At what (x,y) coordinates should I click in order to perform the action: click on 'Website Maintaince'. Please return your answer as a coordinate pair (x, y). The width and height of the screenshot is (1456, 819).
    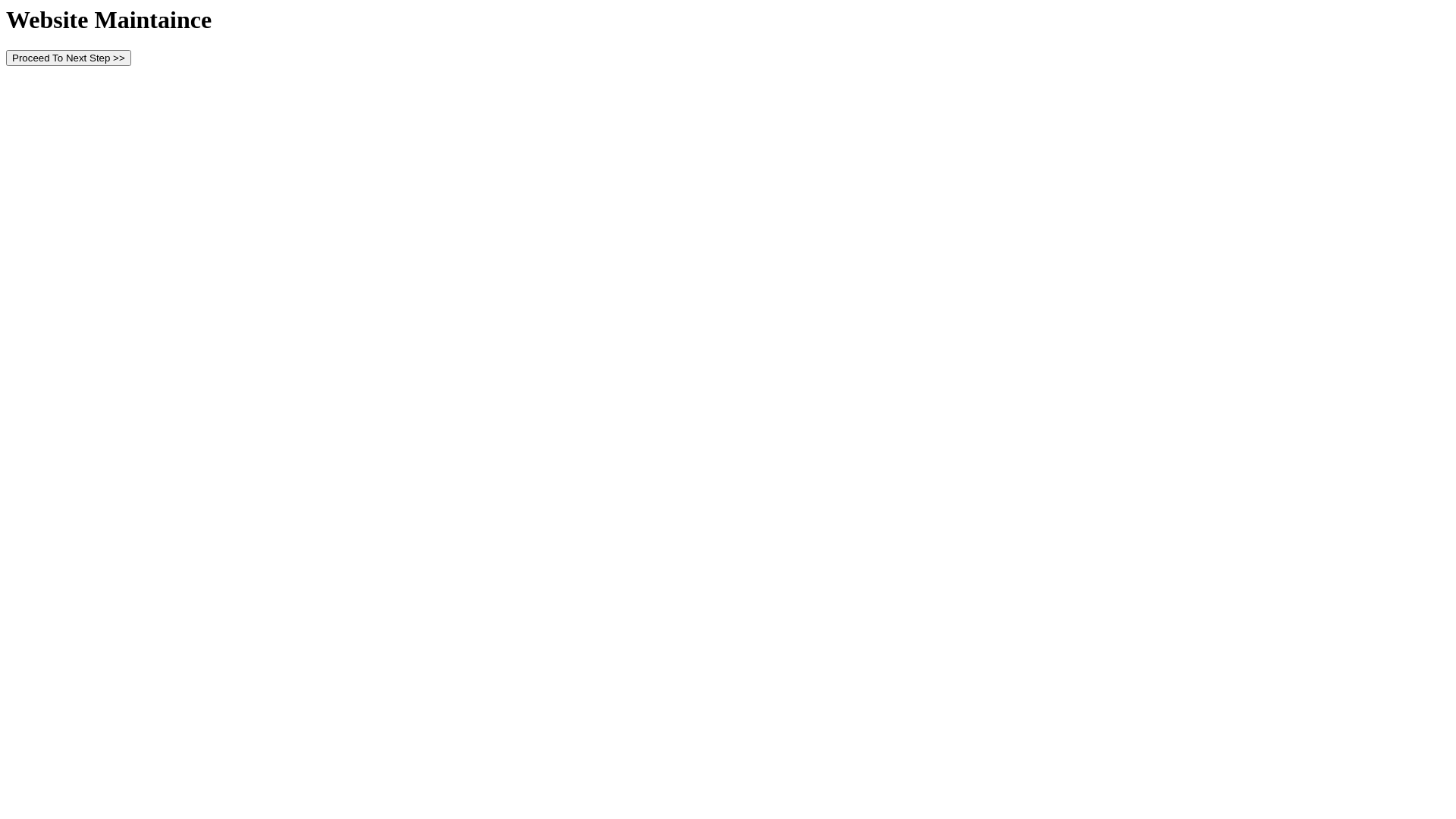
    Looking at the image, I should click on (108, 20).